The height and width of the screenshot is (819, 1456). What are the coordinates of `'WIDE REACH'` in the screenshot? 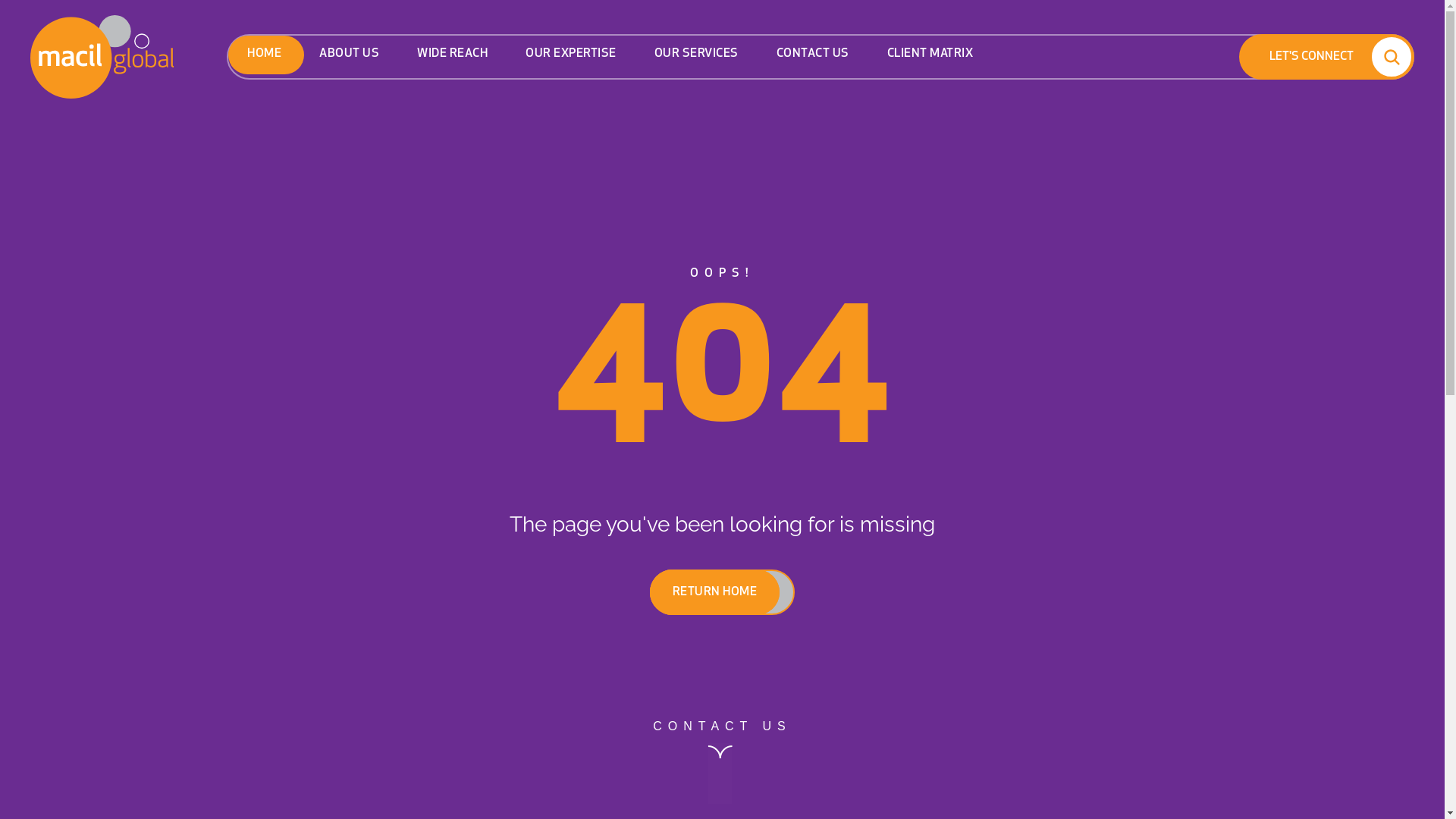 It's located at (451, 54).